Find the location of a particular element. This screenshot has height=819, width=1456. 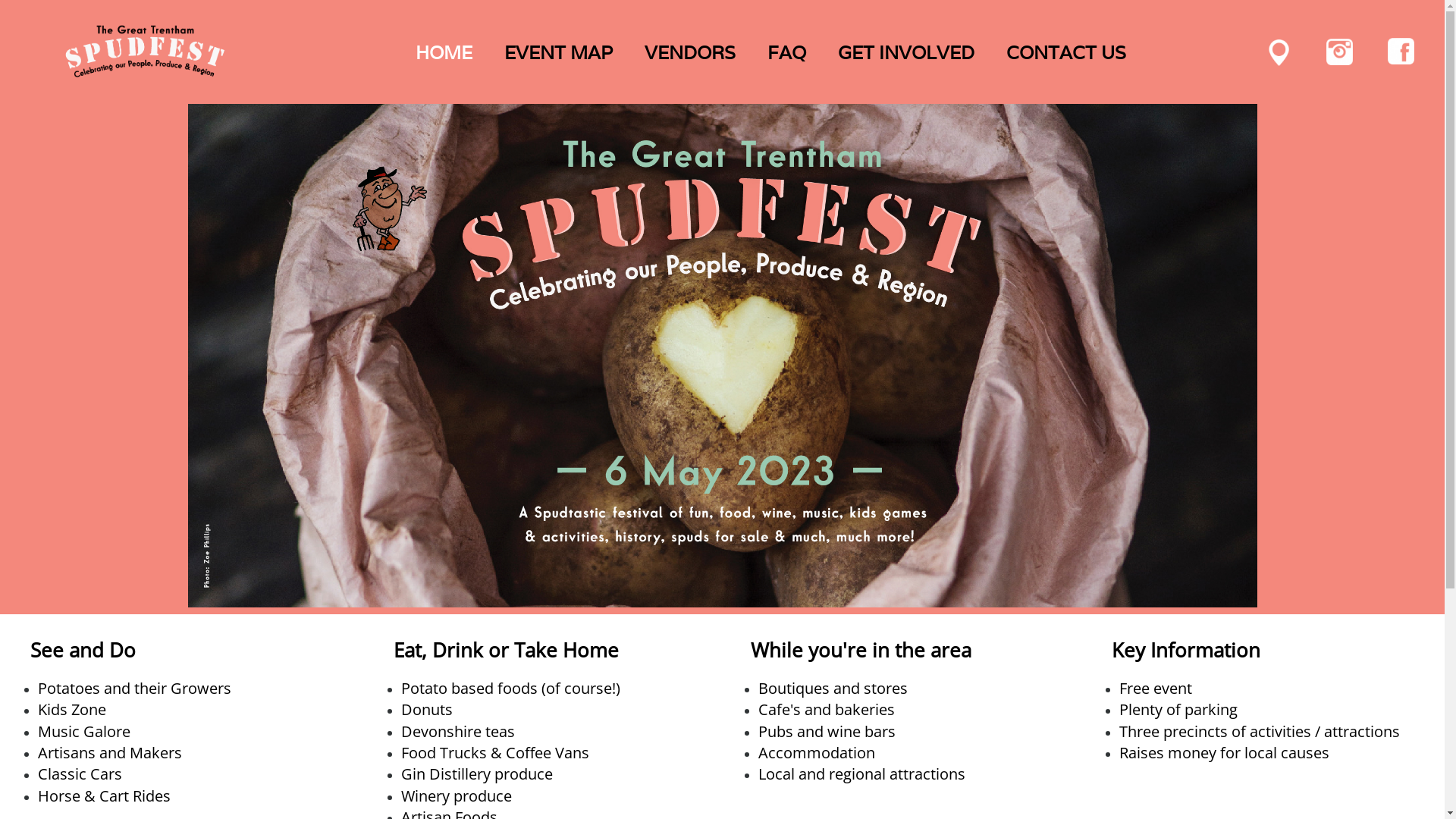

'EVENT MAP' is located at coordinates (559, 52).